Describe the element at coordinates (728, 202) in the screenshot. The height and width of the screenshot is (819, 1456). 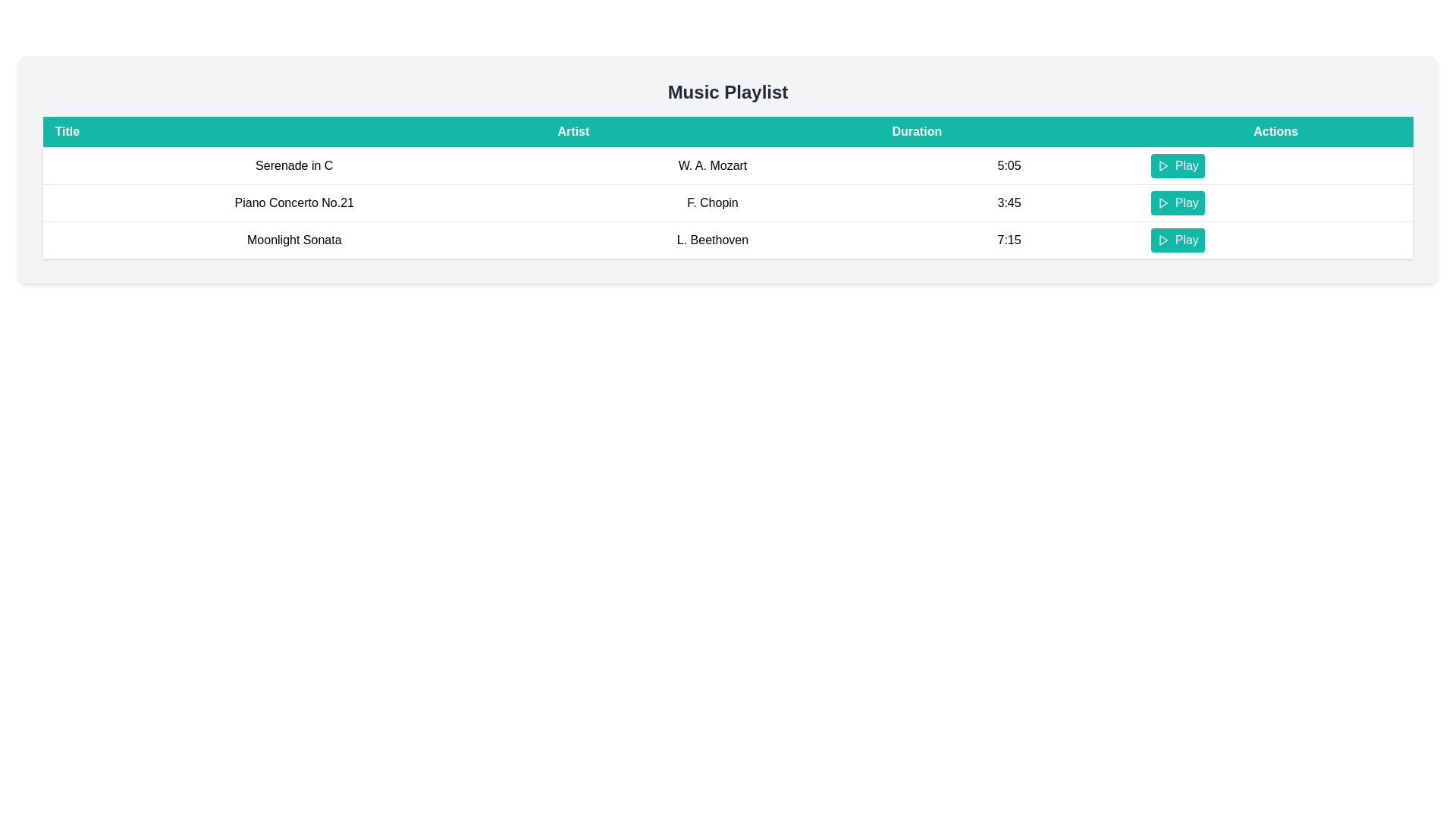
I see `the second row in the playlist table displaying 'Piano Concerto No.21' by 'F. Chopin' for further actions` at that location.